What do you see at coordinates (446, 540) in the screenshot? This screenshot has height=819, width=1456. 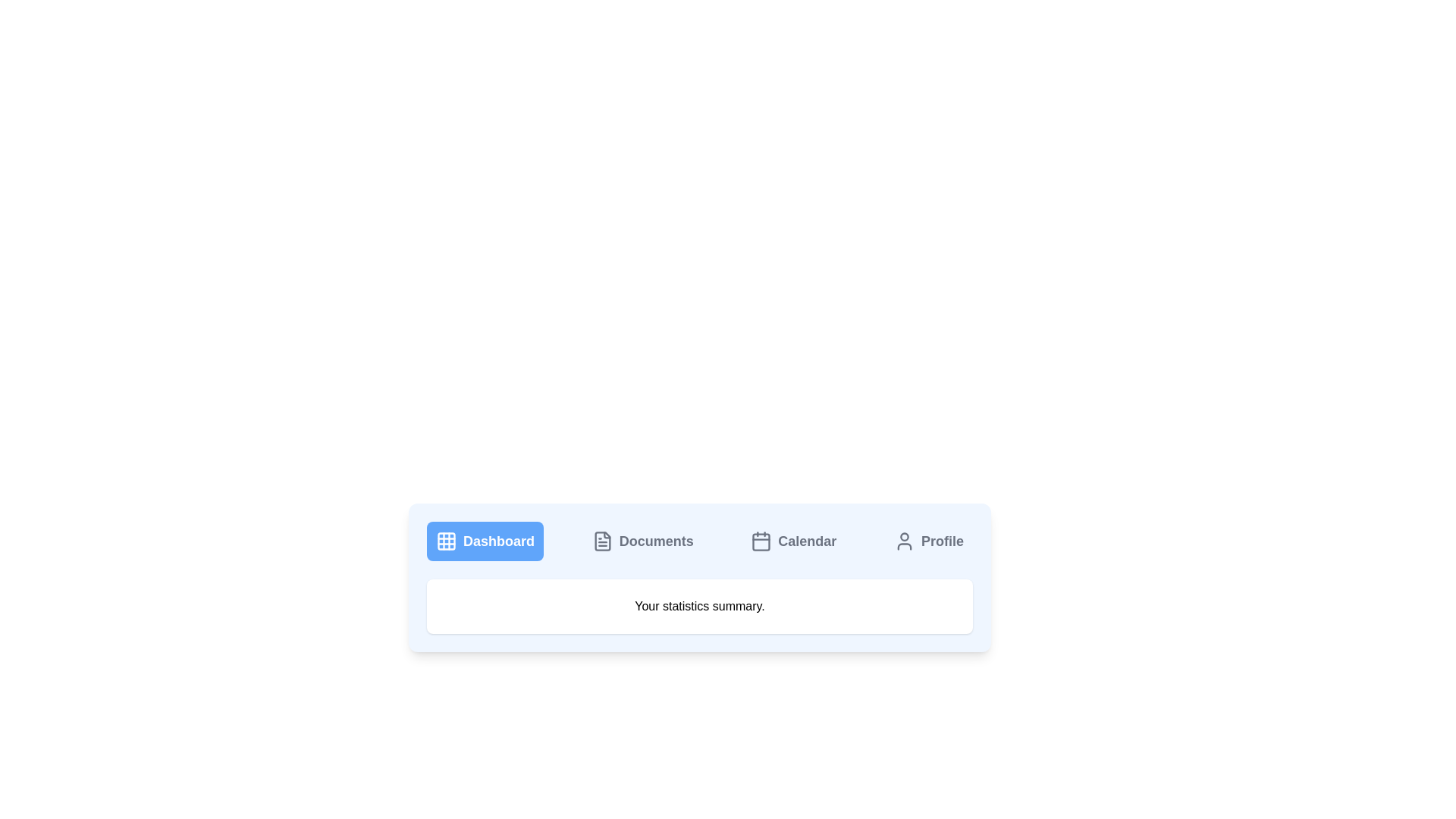 I see `the Grid Item located in the top-left corner of the grid layout` at bounding box center [446, 540].